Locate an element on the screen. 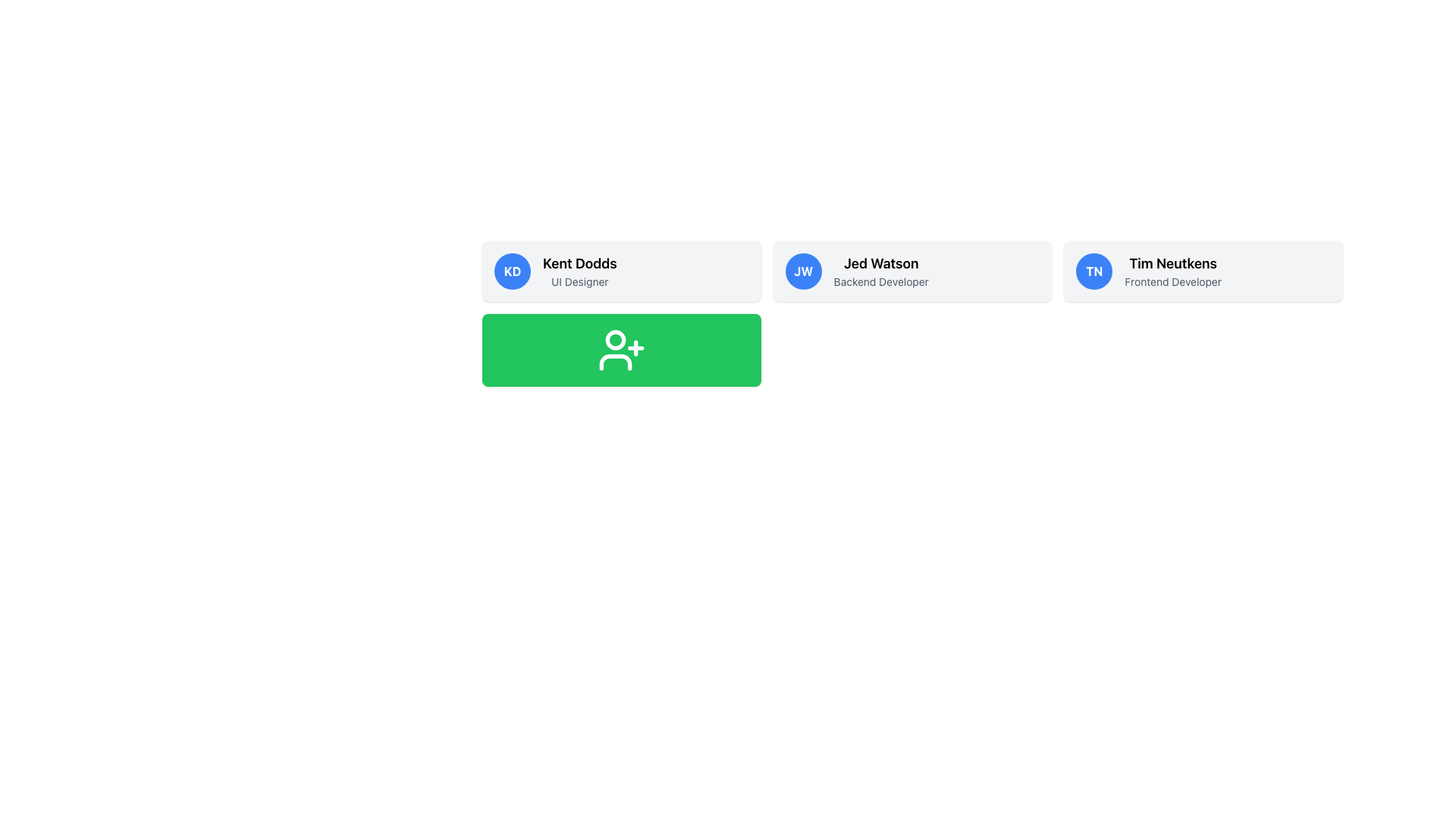 The width and height of the screenshot is (1456, 819). the text label element displaying 'UI Designer' located under the name 'Kent Dodds' in the user profile card is located at coordinates (579, 281).